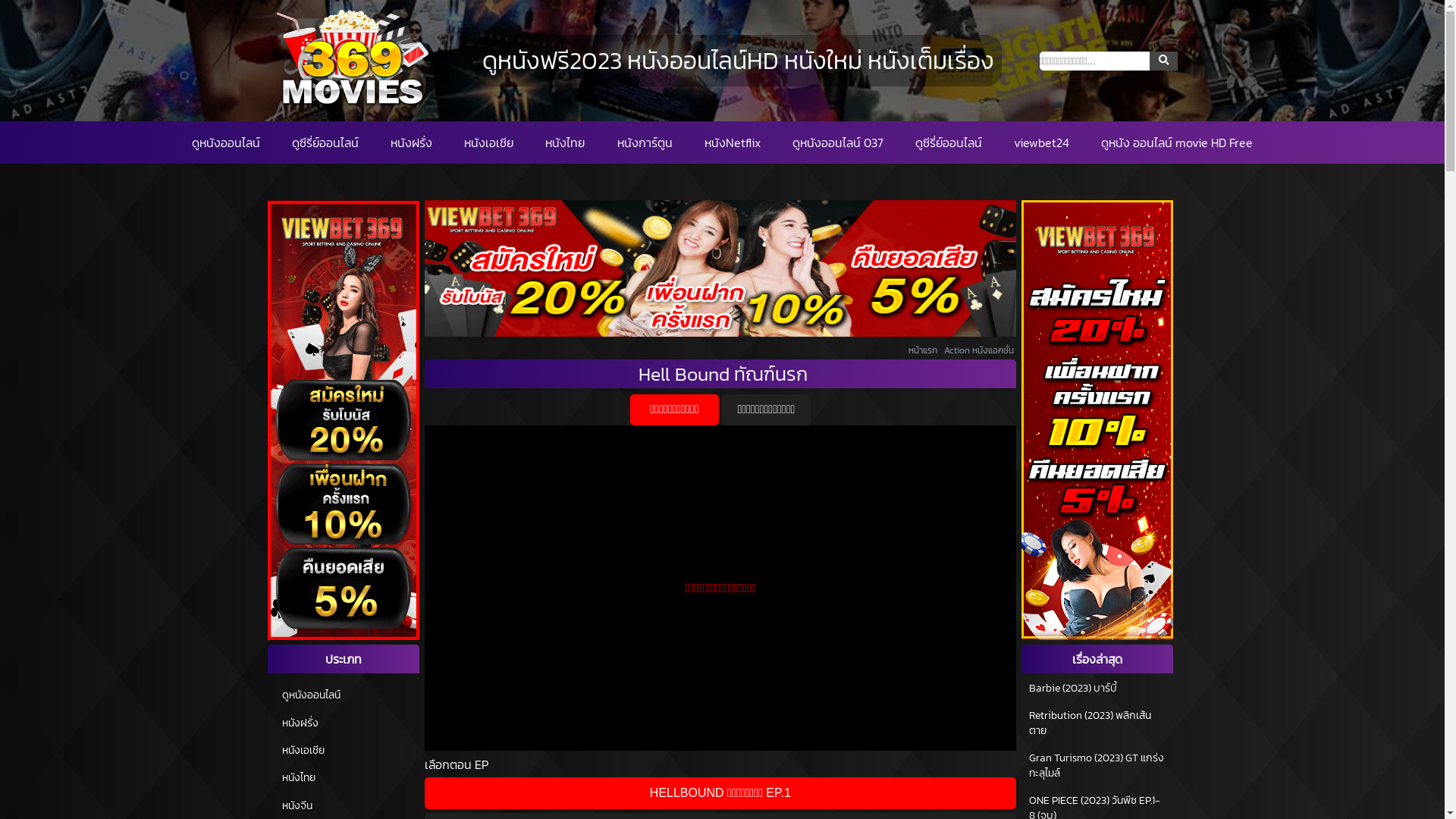 The width and height of the screenshot is (1456, 819). What do you see at coordinates (1040, 143) in the screenshot?
I see `'viewbet24'` at bounding box center [1040, 143].